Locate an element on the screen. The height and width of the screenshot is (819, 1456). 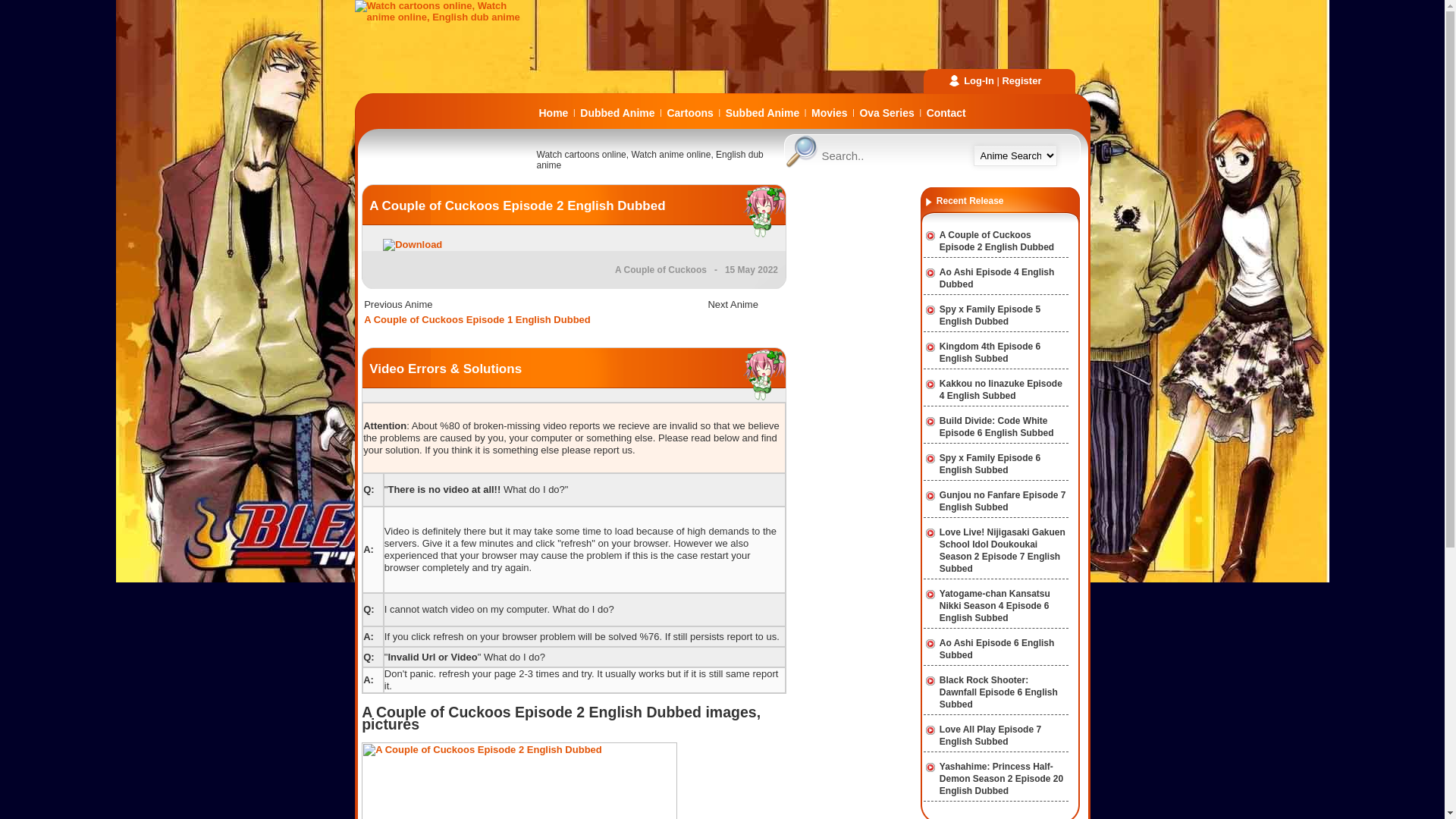
'Love All Play Episode 7 English Subbed' is located at coordinates (938, 734).